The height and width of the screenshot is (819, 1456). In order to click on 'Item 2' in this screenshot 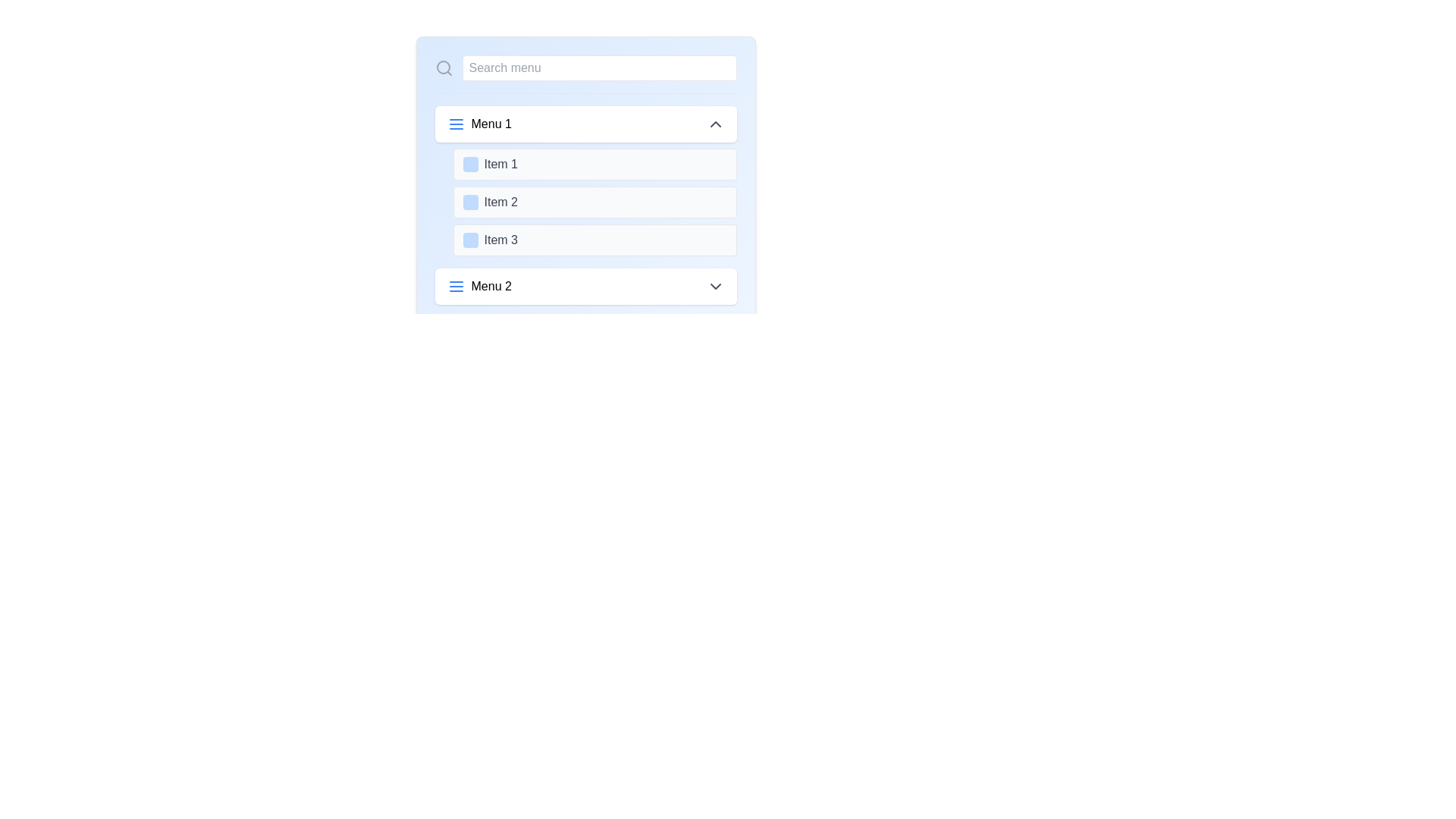, I will do `click(585, 203)`.